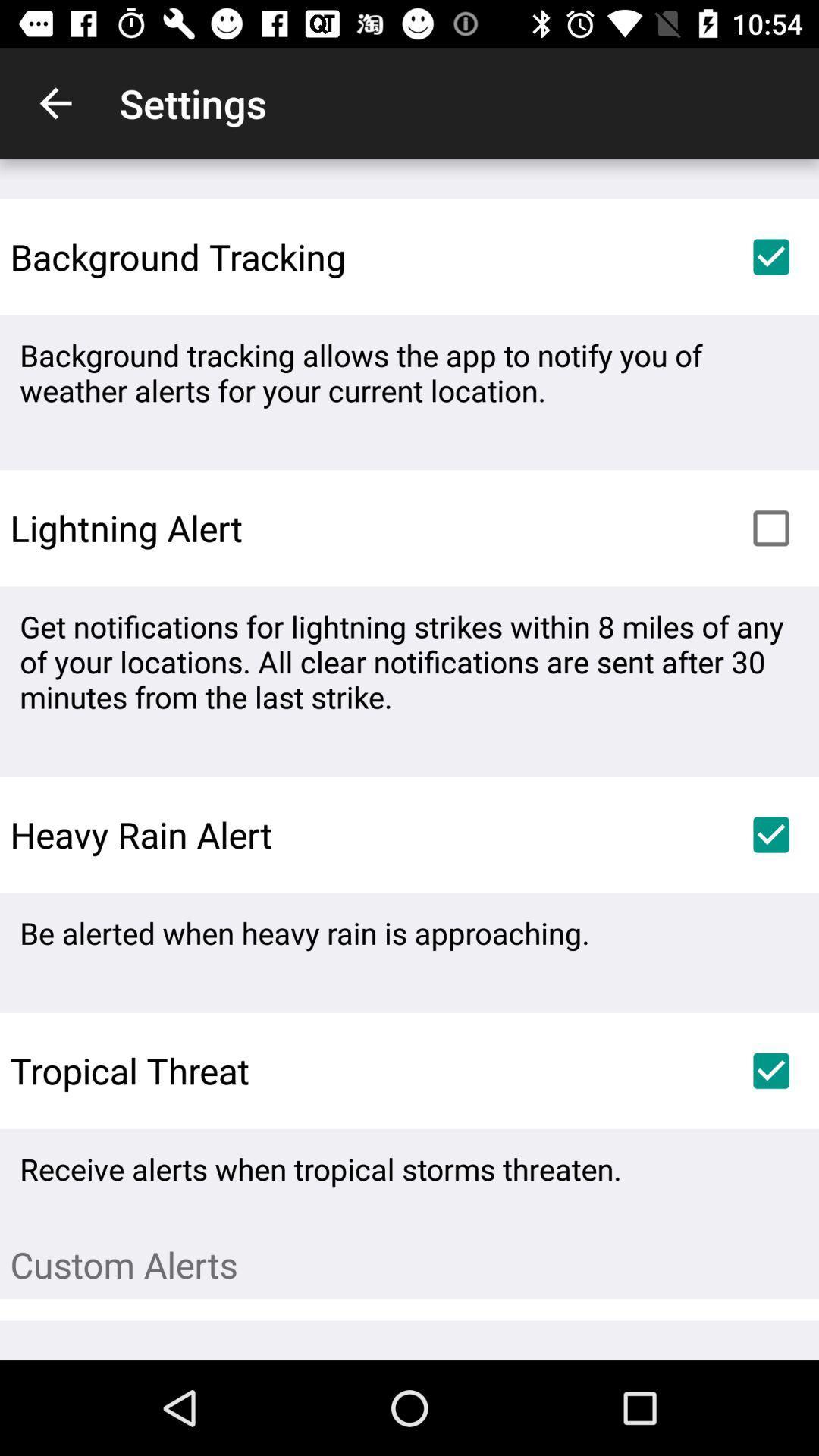 This screenshot has height=1456, width=819. Describe the element at coordinates (771, 1070) in the screenshot. I see `the item to the right of the tropical threat item` at that location.